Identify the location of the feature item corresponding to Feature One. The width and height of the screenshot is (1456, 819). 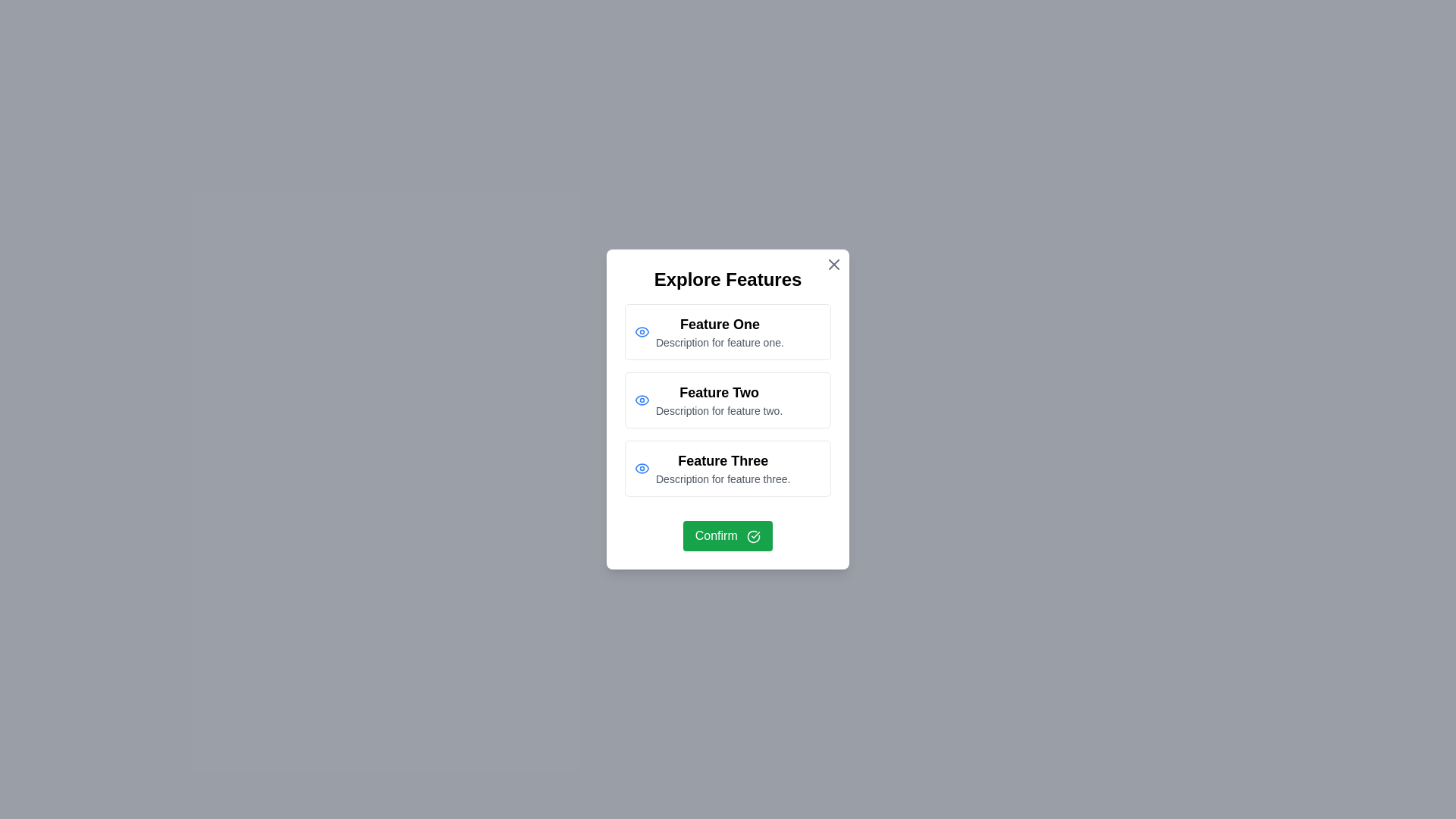
(728, 331).